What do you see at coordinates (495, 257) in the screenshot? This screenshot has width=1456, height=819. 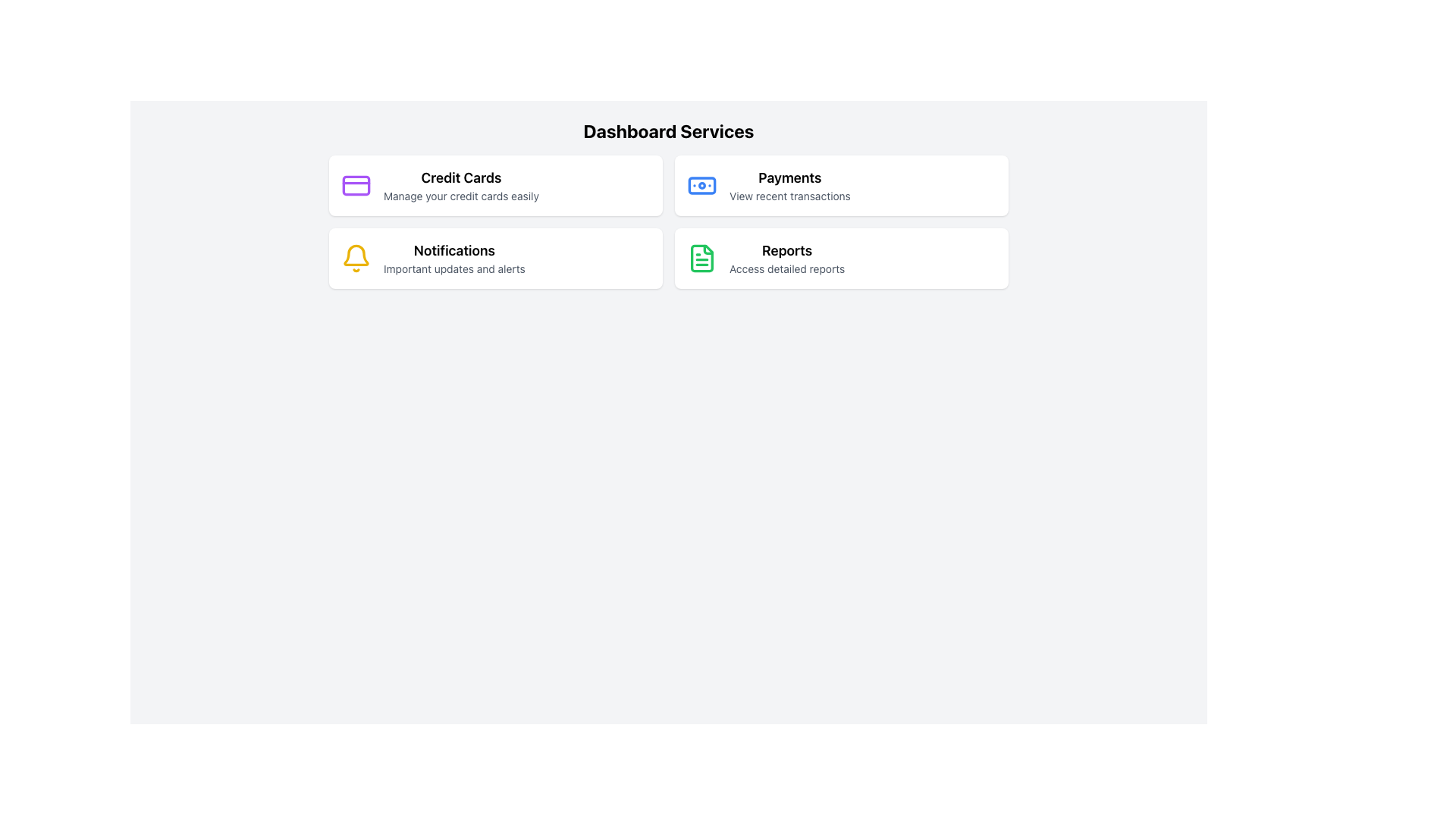 I see `the Information Card located in the lower left portion of the grid layout, which is directly below the 'Credit Cards' section and adjacent to the 'Reports' section` at bounding box center [495, 257].